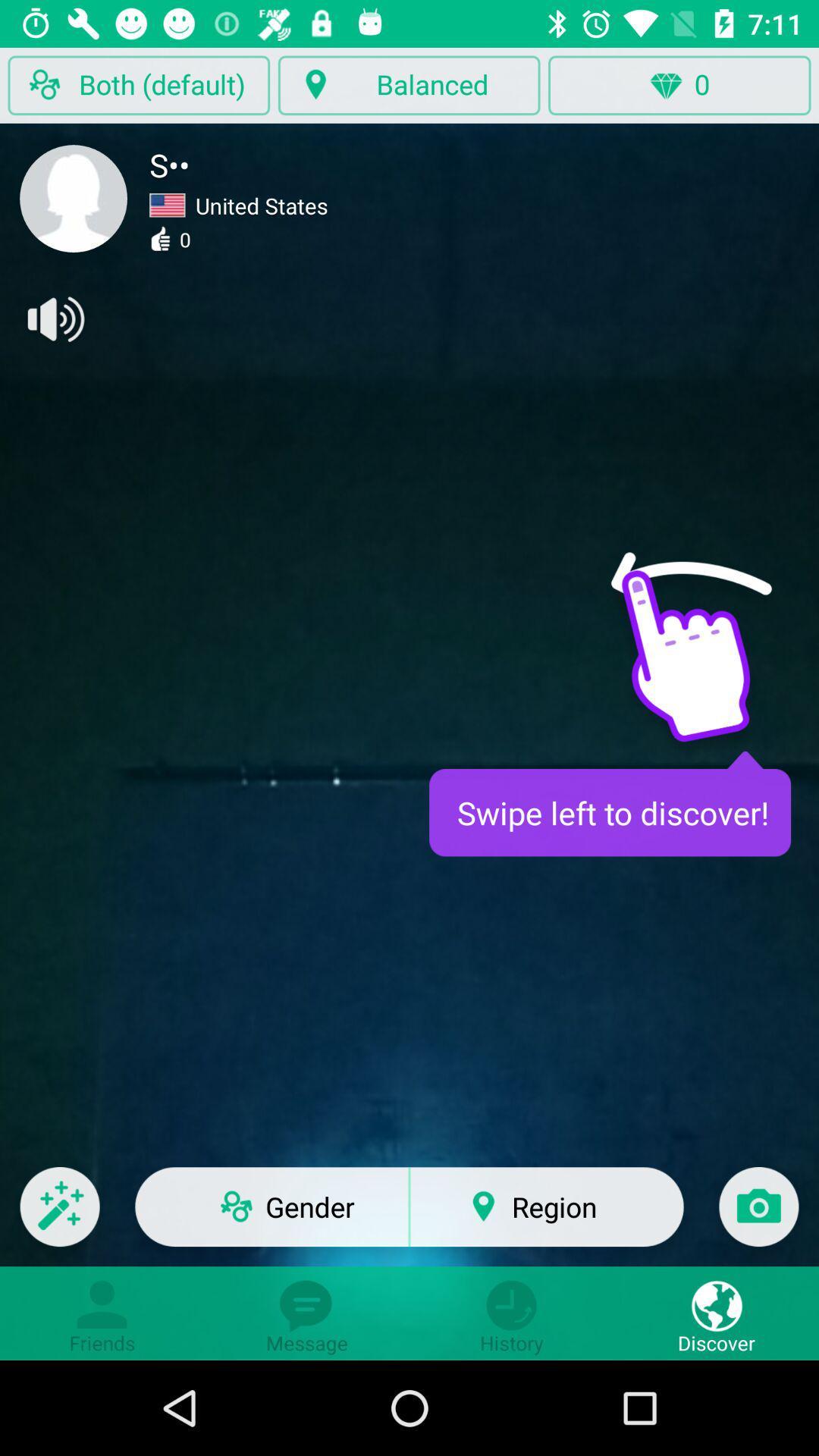 The height and width of the screenshot is (1456, 819). I want to click on sound, so click(54, 318).